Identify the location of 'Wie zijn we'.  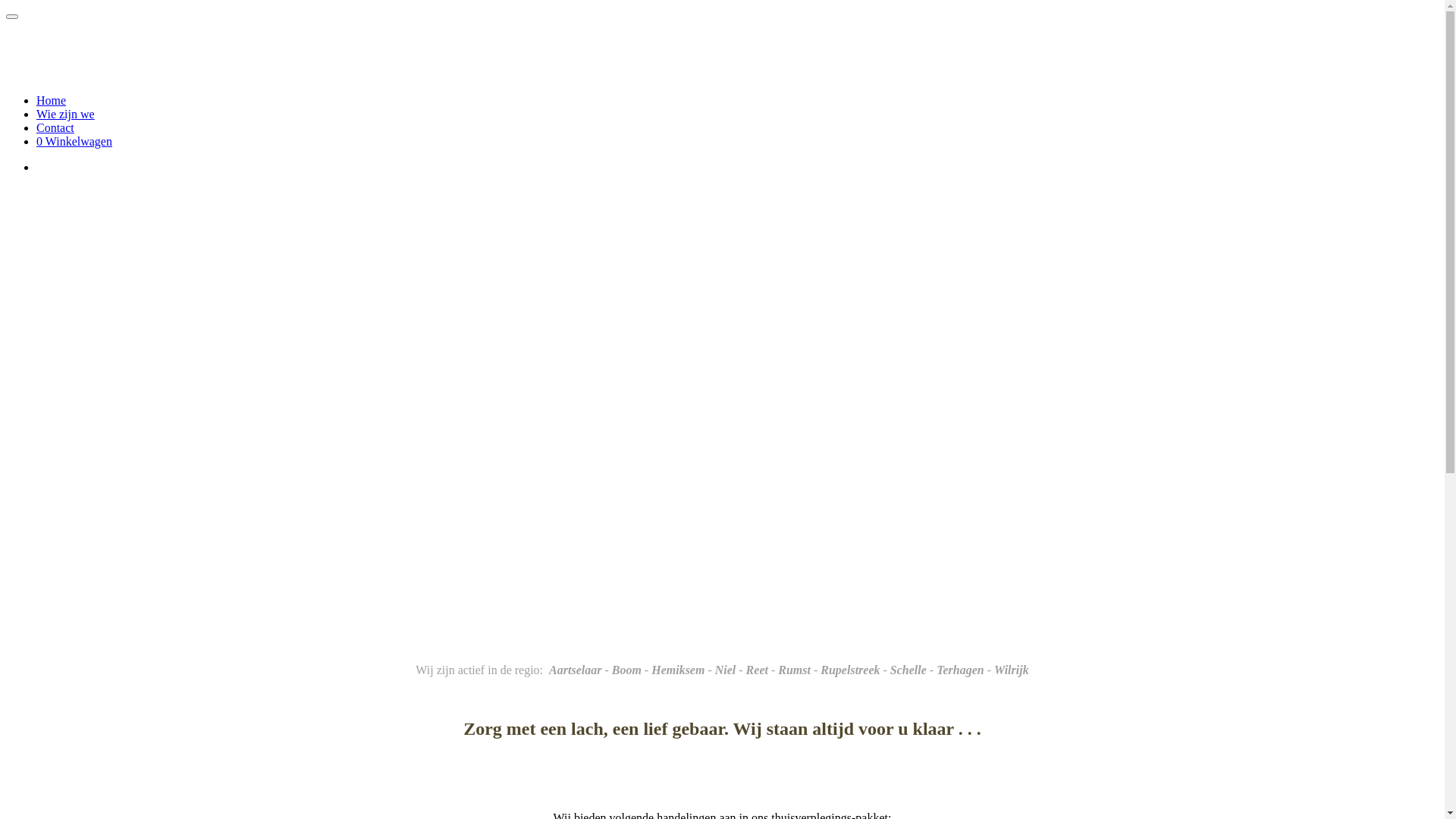
(64, 113).